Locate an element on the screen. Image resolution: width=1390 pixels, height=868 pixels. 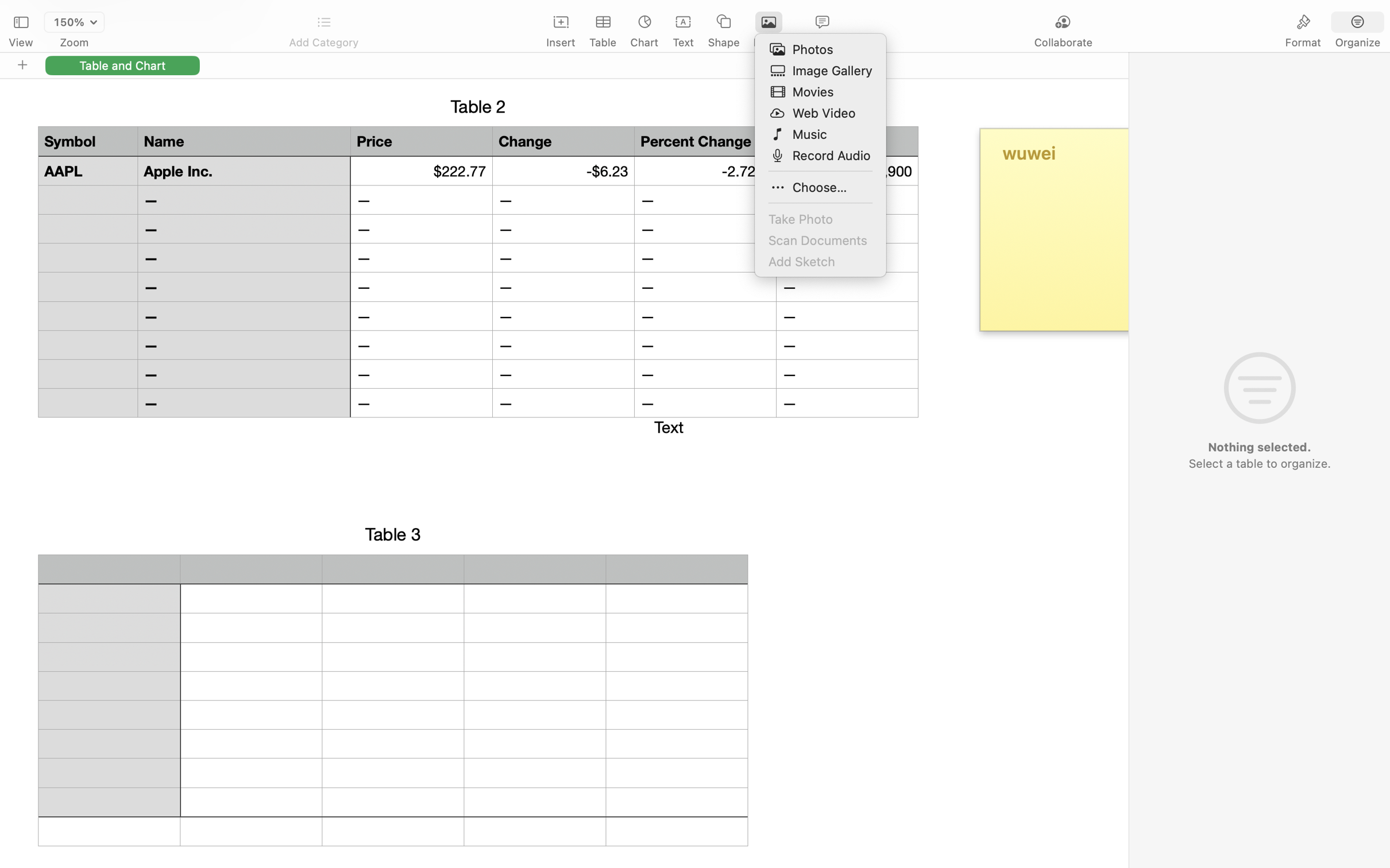
'Nothing selected.' is located at coordinates (1258, 447).